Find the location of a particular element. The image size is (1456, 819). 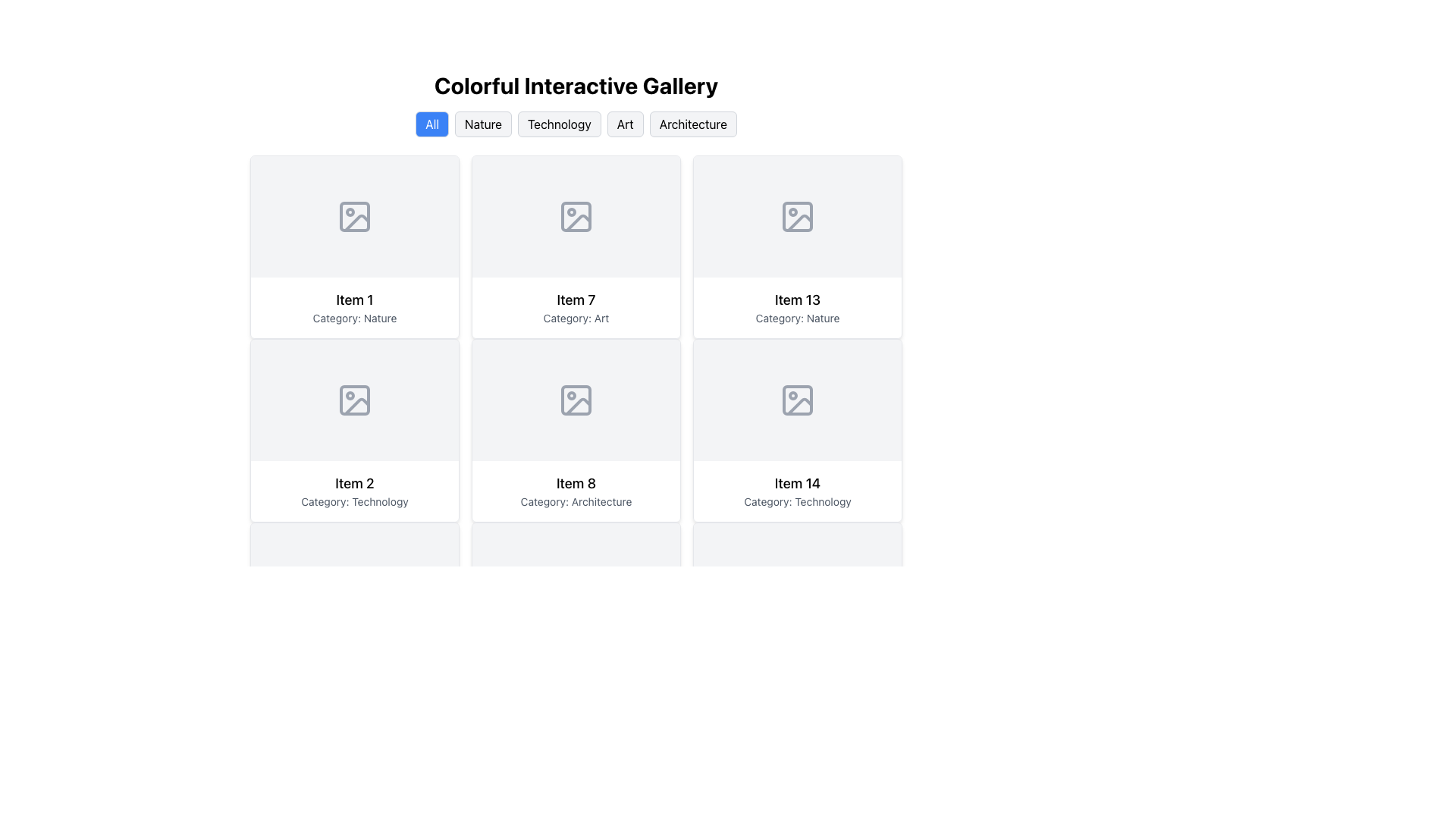

the small rectangular element with rounded corners located in the center of the grid icon labeled 'Item 8 - Category: Architecture' is located at coordinates (575, 400).